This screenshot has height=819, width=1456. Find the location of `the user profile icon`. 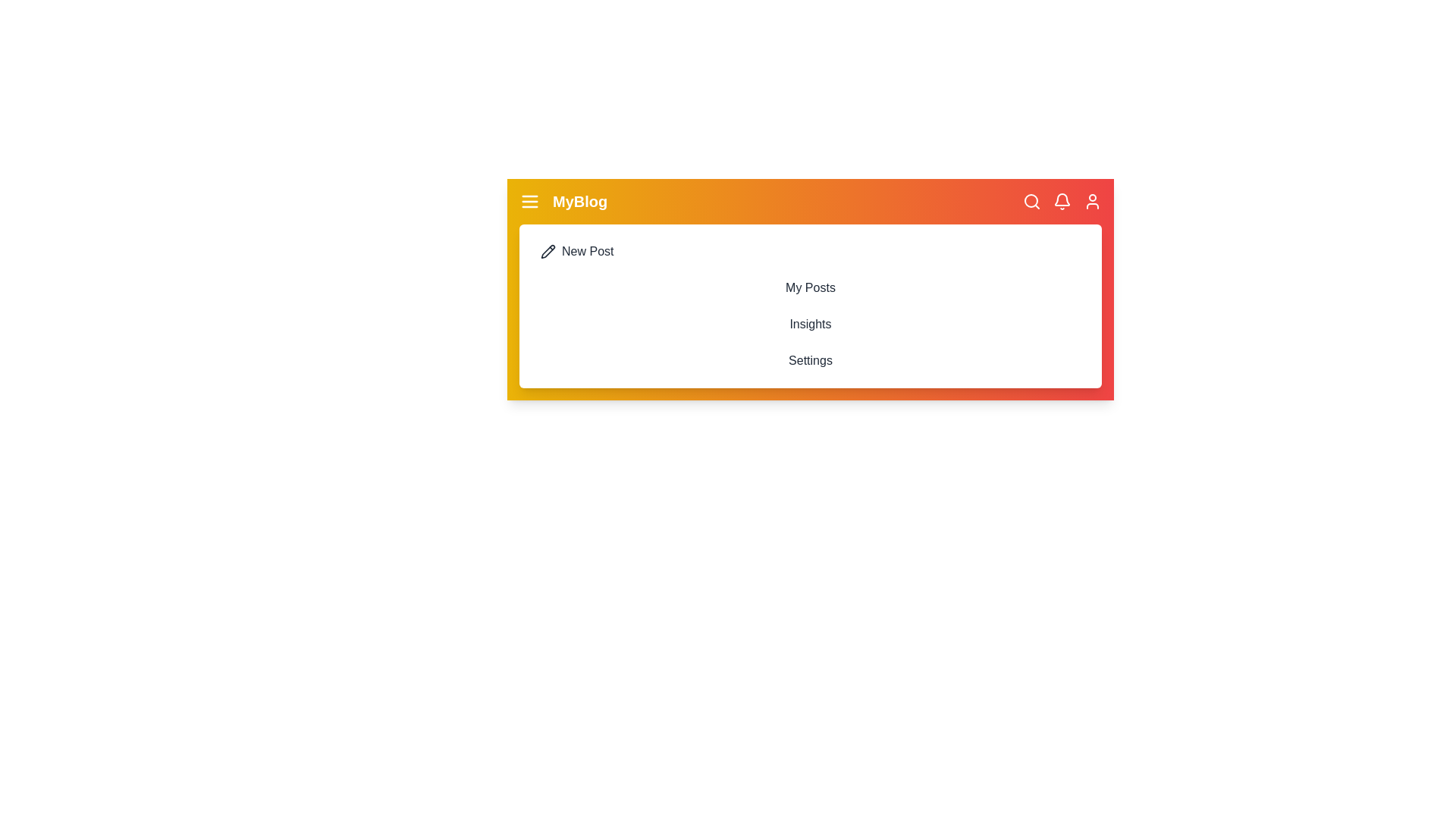

the user profile icon is located at coordinates (1092, 201).